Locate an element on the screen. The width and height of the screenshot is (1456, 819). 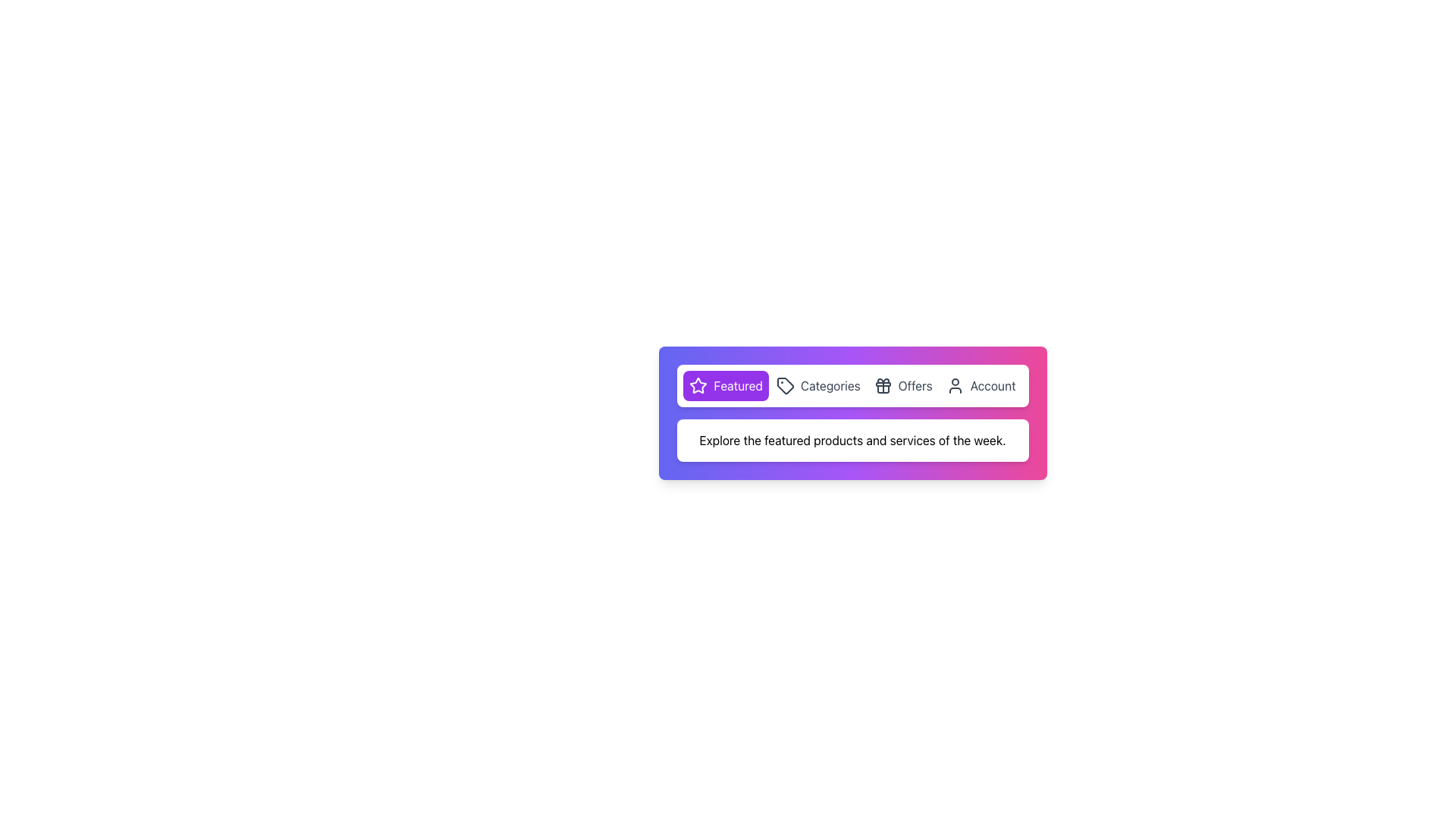
the 'Categories' navigation button is located at coordinates (817, 385).